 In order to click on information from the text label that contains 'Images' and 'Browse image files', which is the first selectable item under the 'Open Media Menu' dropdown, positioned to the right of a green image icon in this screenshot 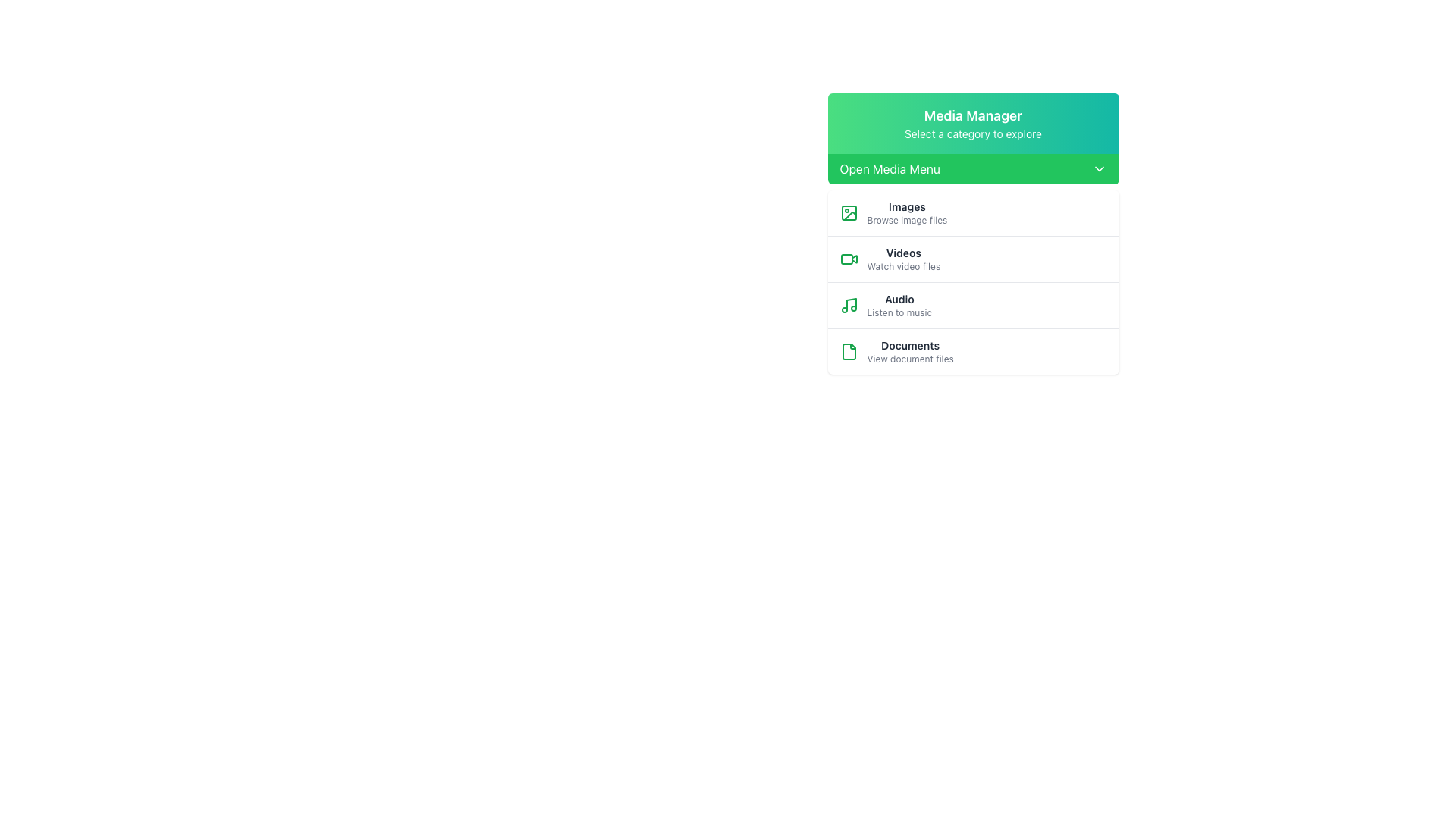, I will do `click(907, 213)`.